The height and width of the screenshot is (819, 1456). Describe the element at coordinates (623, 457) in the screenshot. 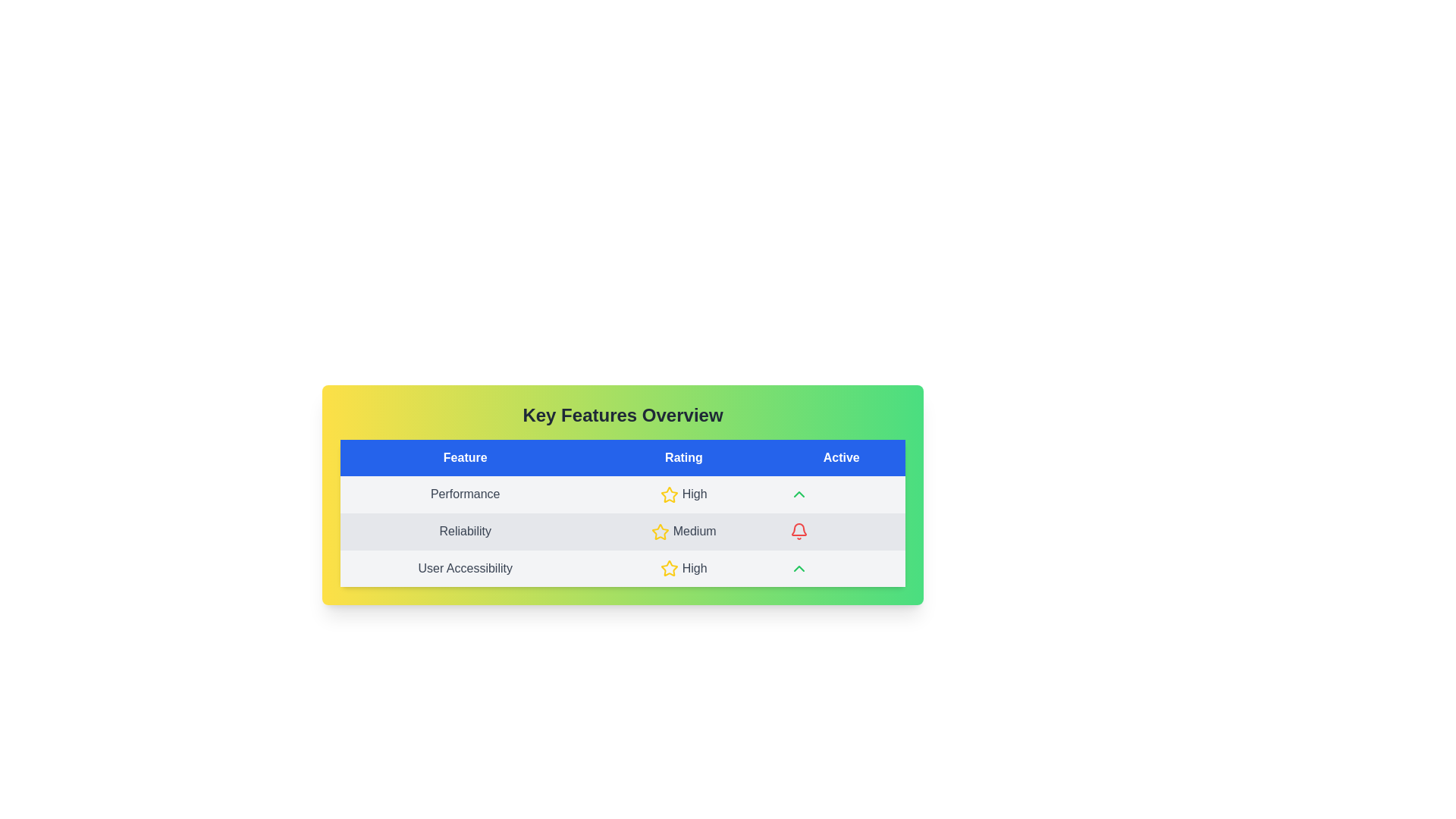

I see `headers of the table located at the top of the 'Key Features Overview' card, which indicates the categories for each column` at that location.